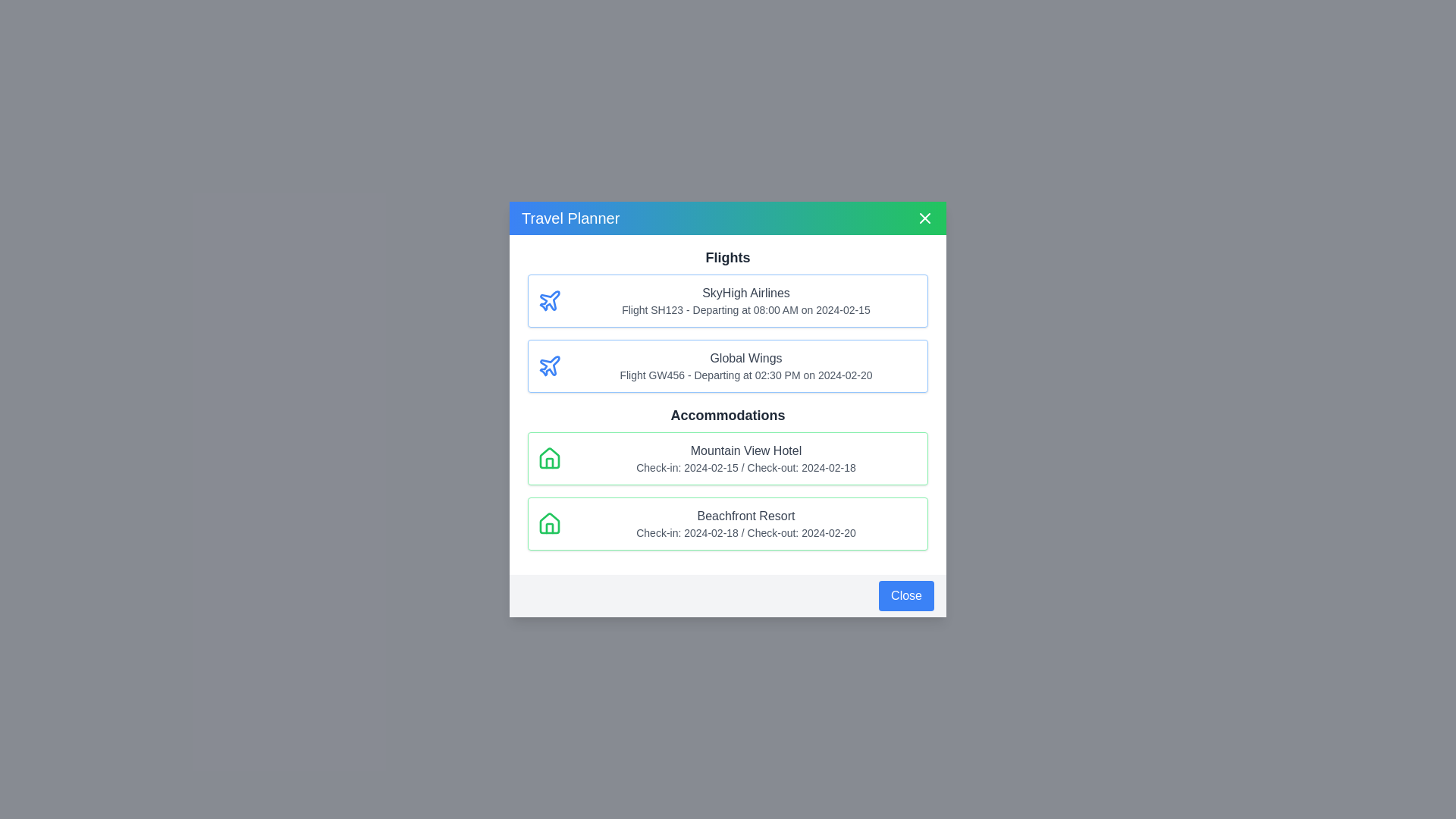 The image size is (1456, 819). Describe the element at coordinates (548, 301) in the screenshot. I see `the flight category icon located at the top-left corner of the first card under the 'Flights' section, which visually signifies flight-related content` at that location.